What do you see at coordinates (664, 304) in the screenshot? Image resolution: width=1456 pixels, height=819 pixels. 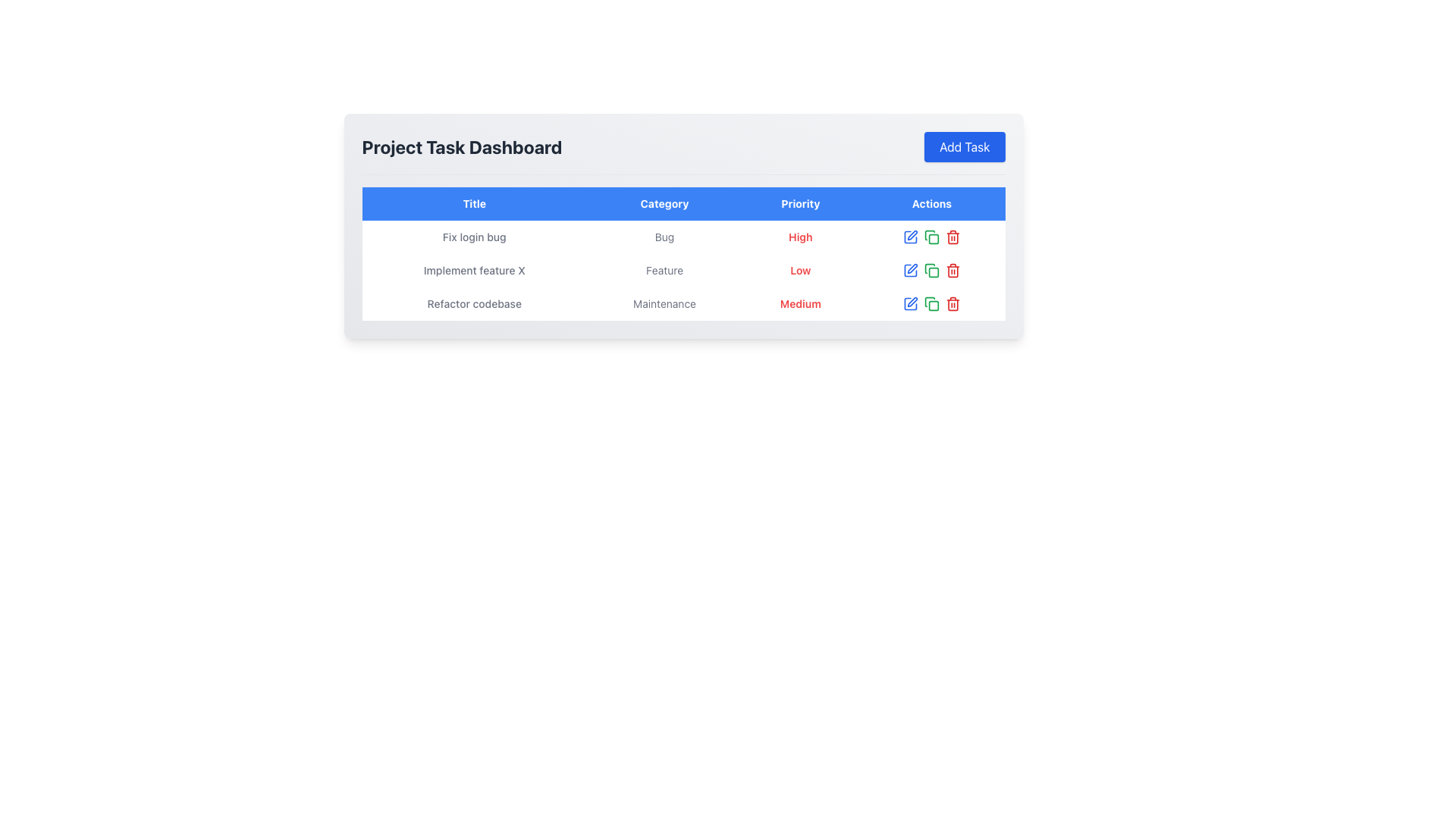 I see `the text label that categorizes the task 'Refactor codebase' as 'Maintenance', located in the 'Category' column of the third row in the main content table` at bounding box center [664, 304].